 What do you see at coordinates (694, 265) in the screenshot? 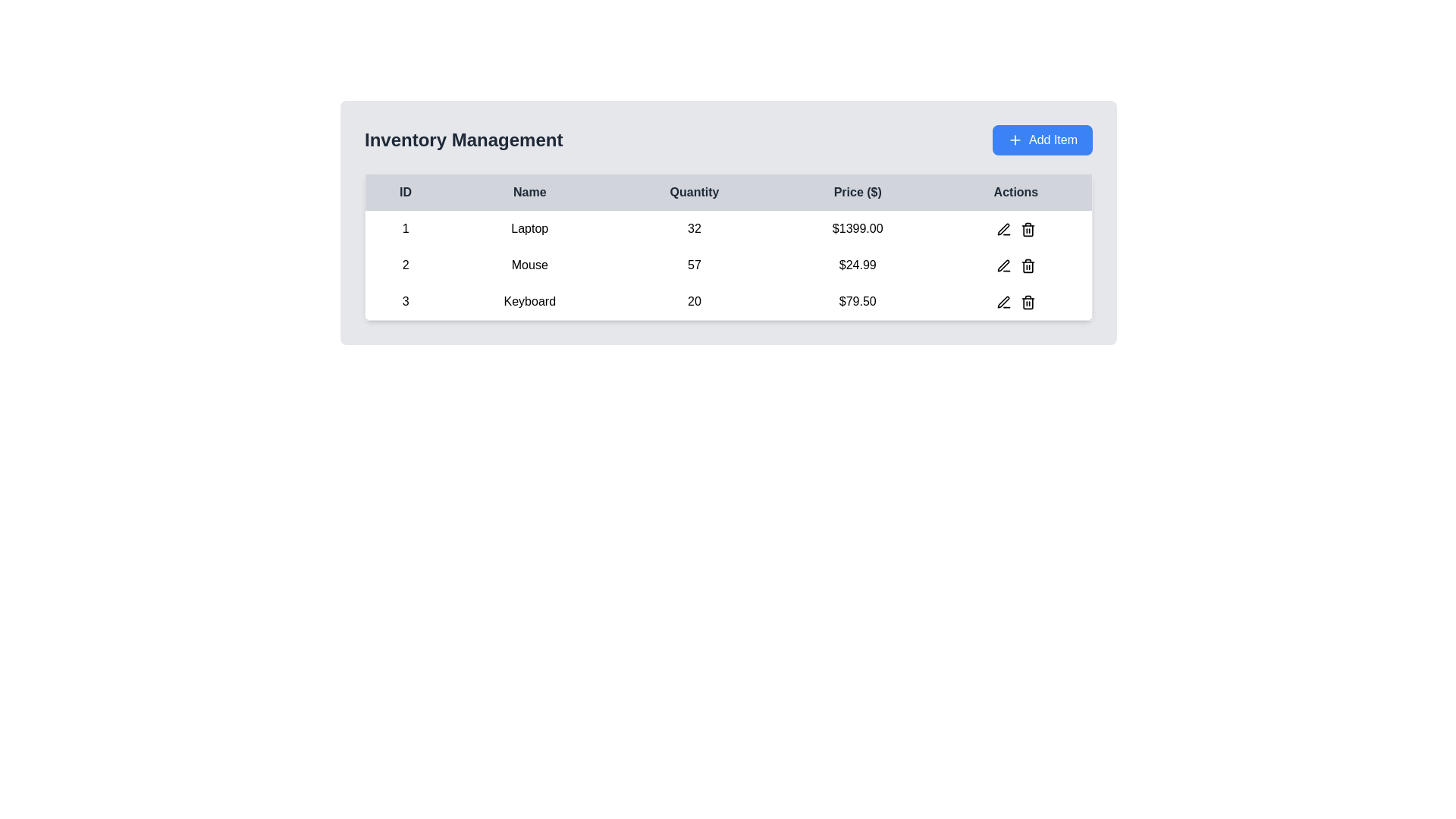
I see `the Text label displaying the quantity of the product in the inventory system, located in the 'Quantity' column of the table in the second row, adjacent to the 'Mouse' cell and the '$24.99' cell` at bounding box center [694, 265].